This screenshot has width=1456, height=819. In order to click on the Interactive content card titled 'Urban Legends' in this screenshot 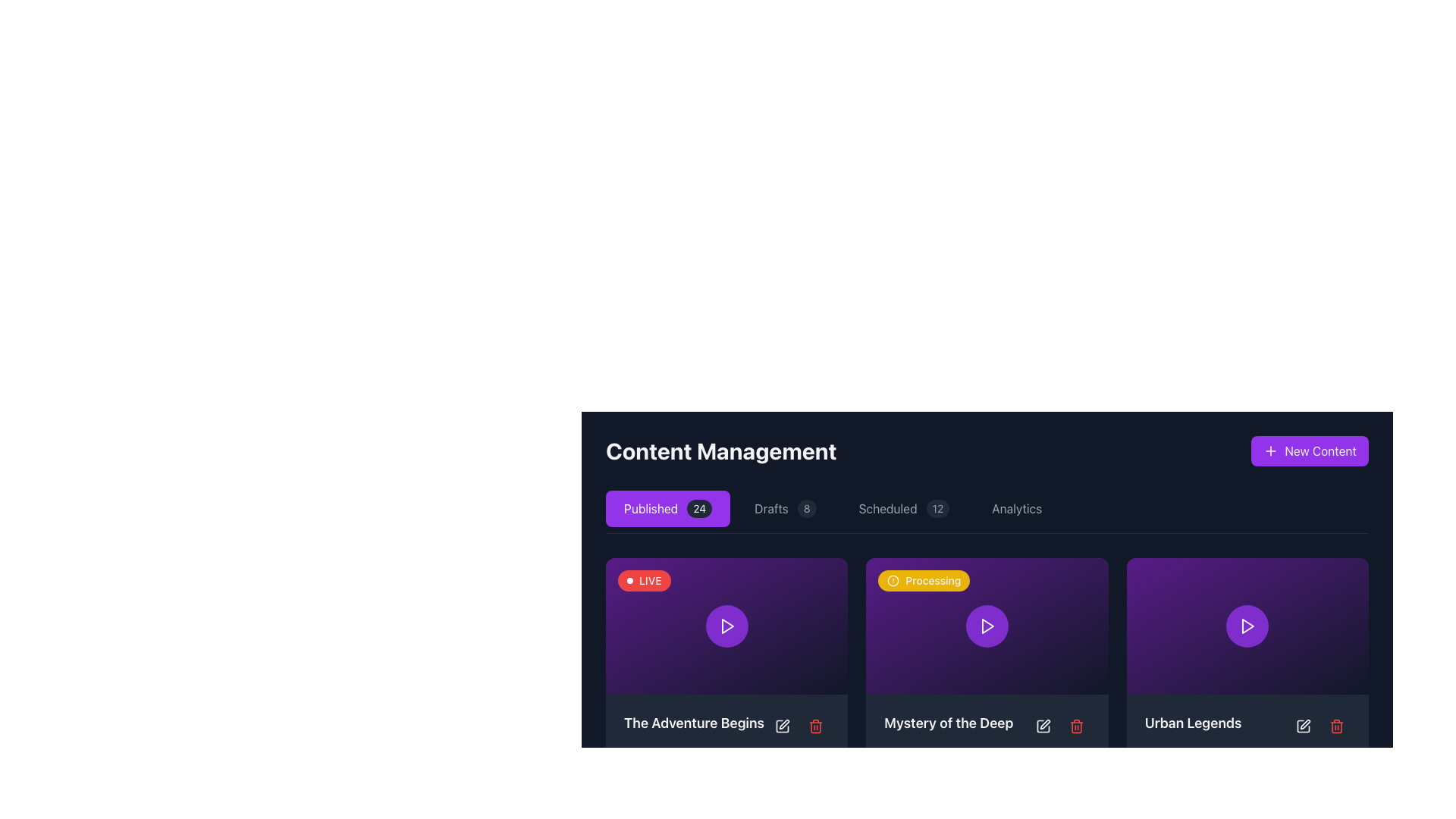, I will do `click(1247, 626)`.